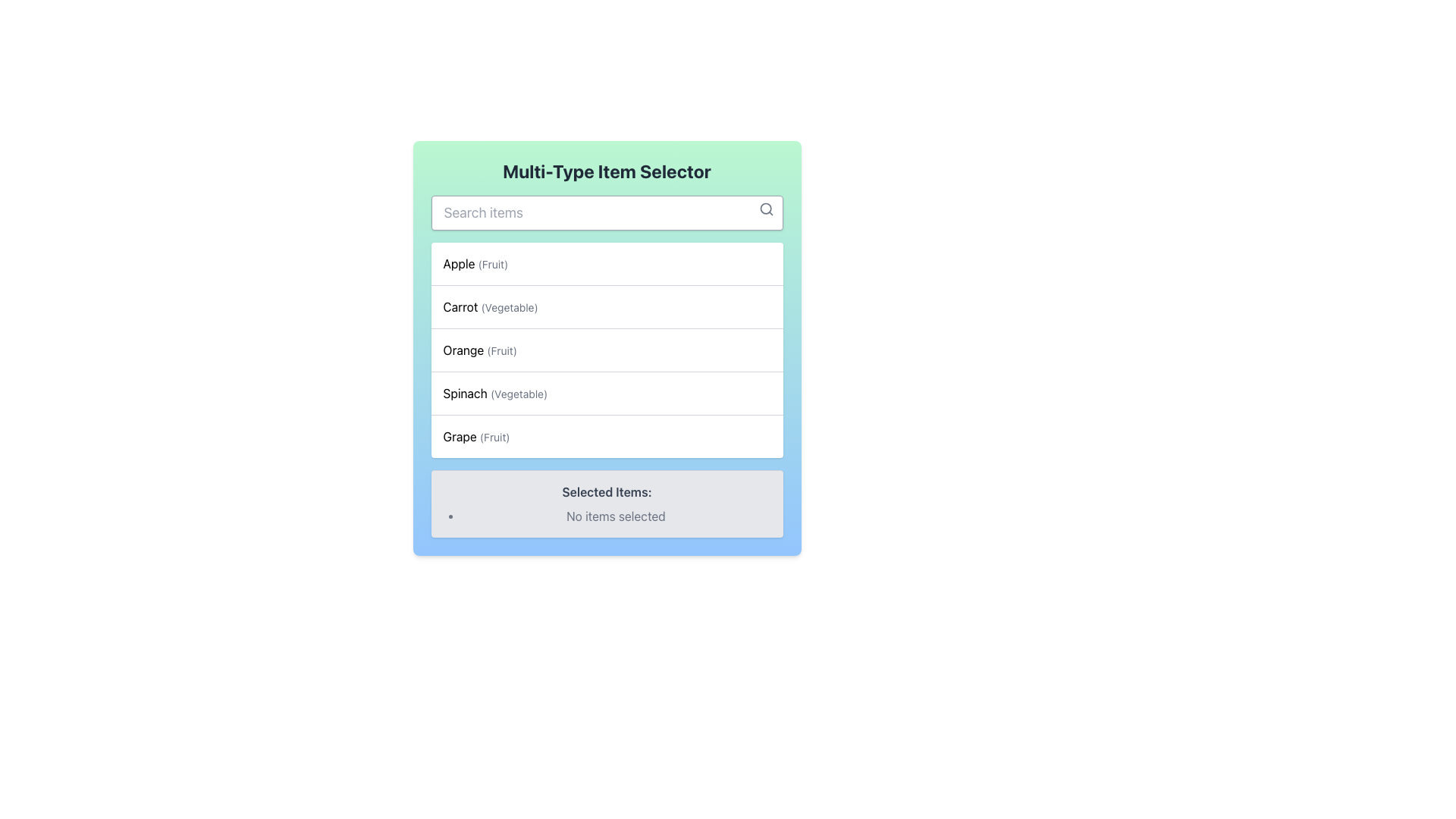  What do you see at coordinates (607, 436) in the screenshot?
I see `the fifth selectable item in the multi-selection list` at bounding box center [607, 436].